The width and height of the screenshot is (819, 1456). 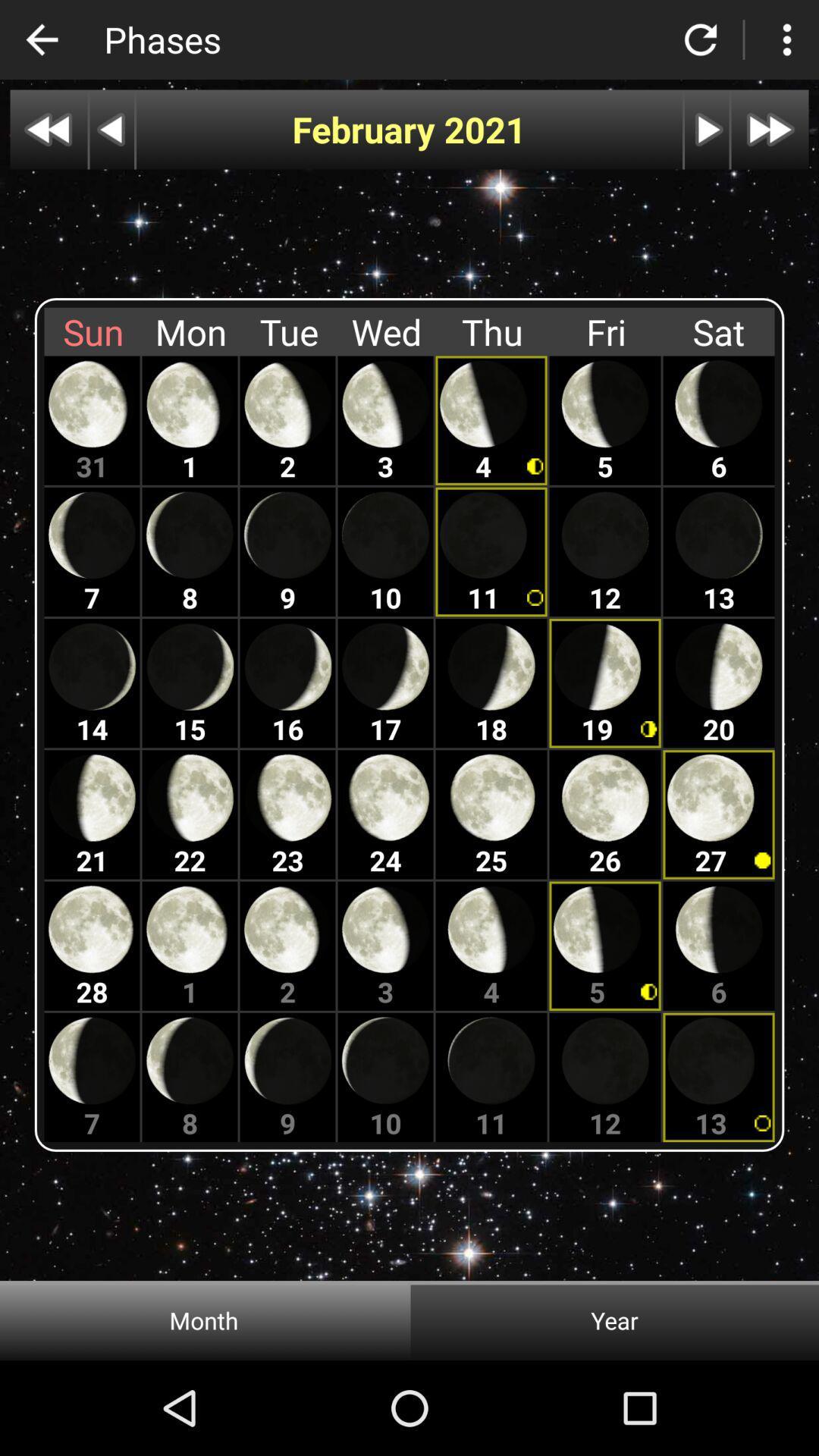 What do you see at coordinates (770, 130) in the screenshot?
I see `go forward` at bounding box center [770, 130].